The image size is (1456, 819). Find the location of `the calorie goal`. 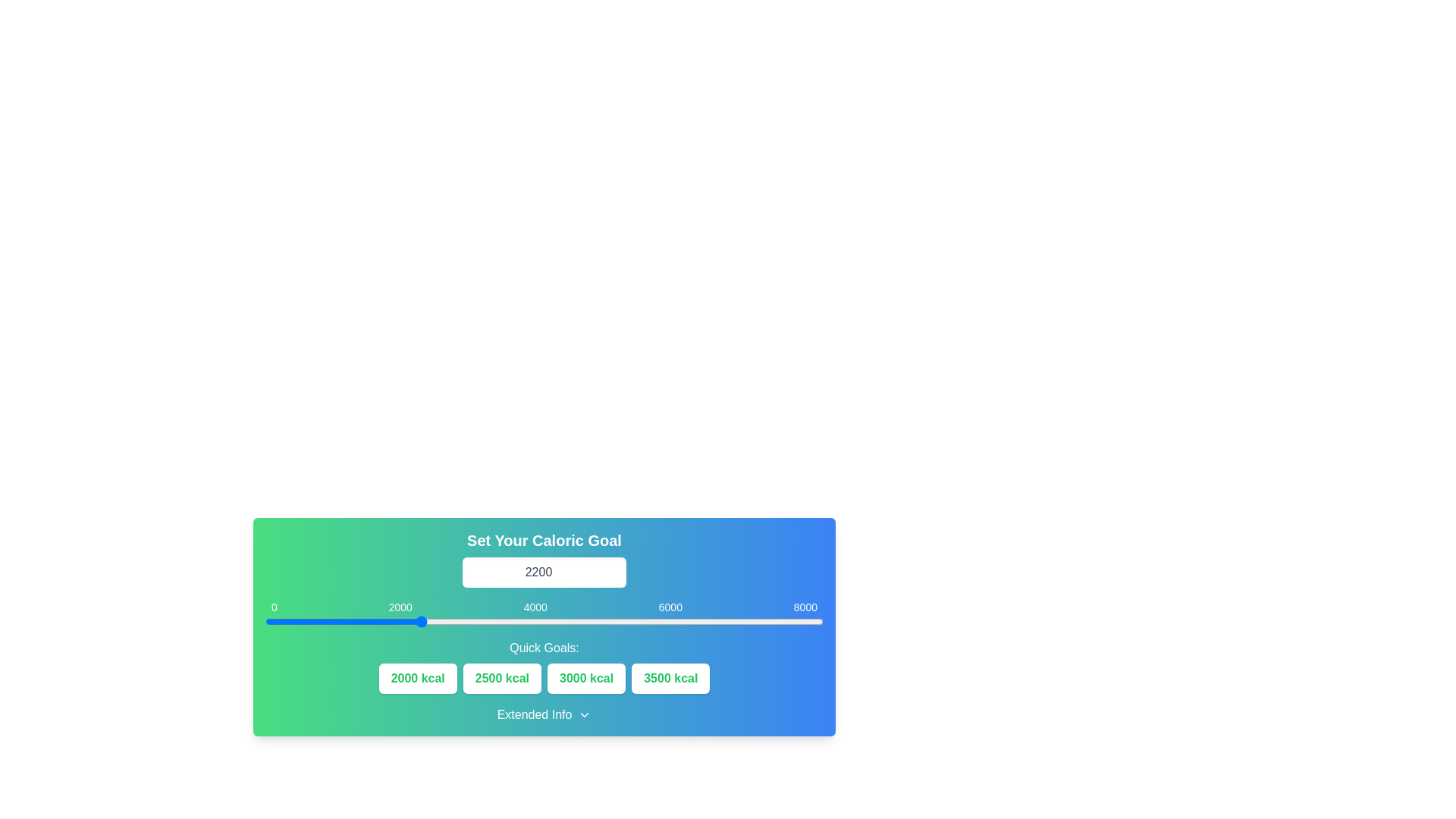

the calorie goal is located at coordinates (525, 622).